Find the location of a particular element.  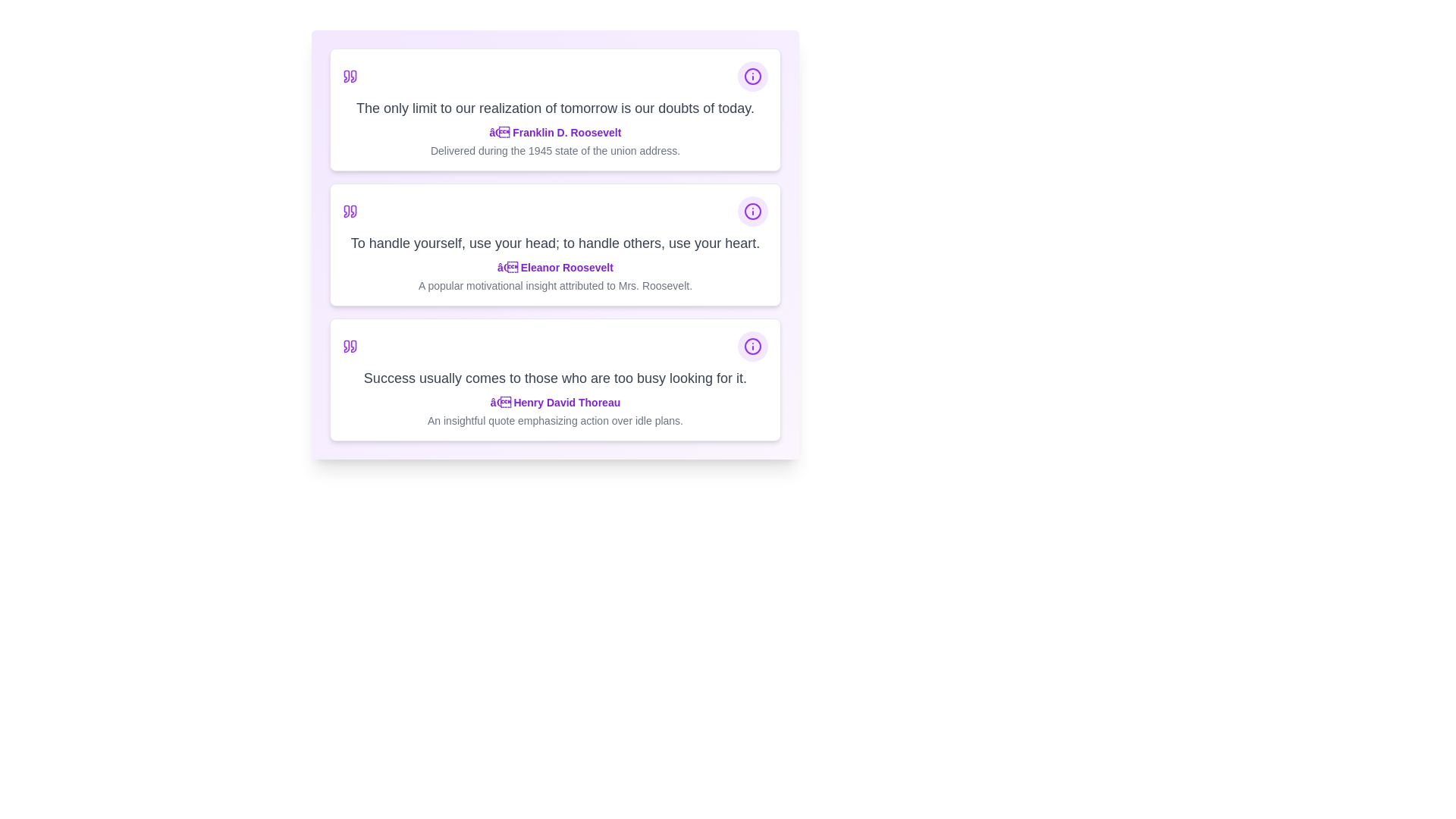

the attribution label located below the quote 'Success usually comes to those who are too busy looking for it.' is located at coordinates (554, 402).